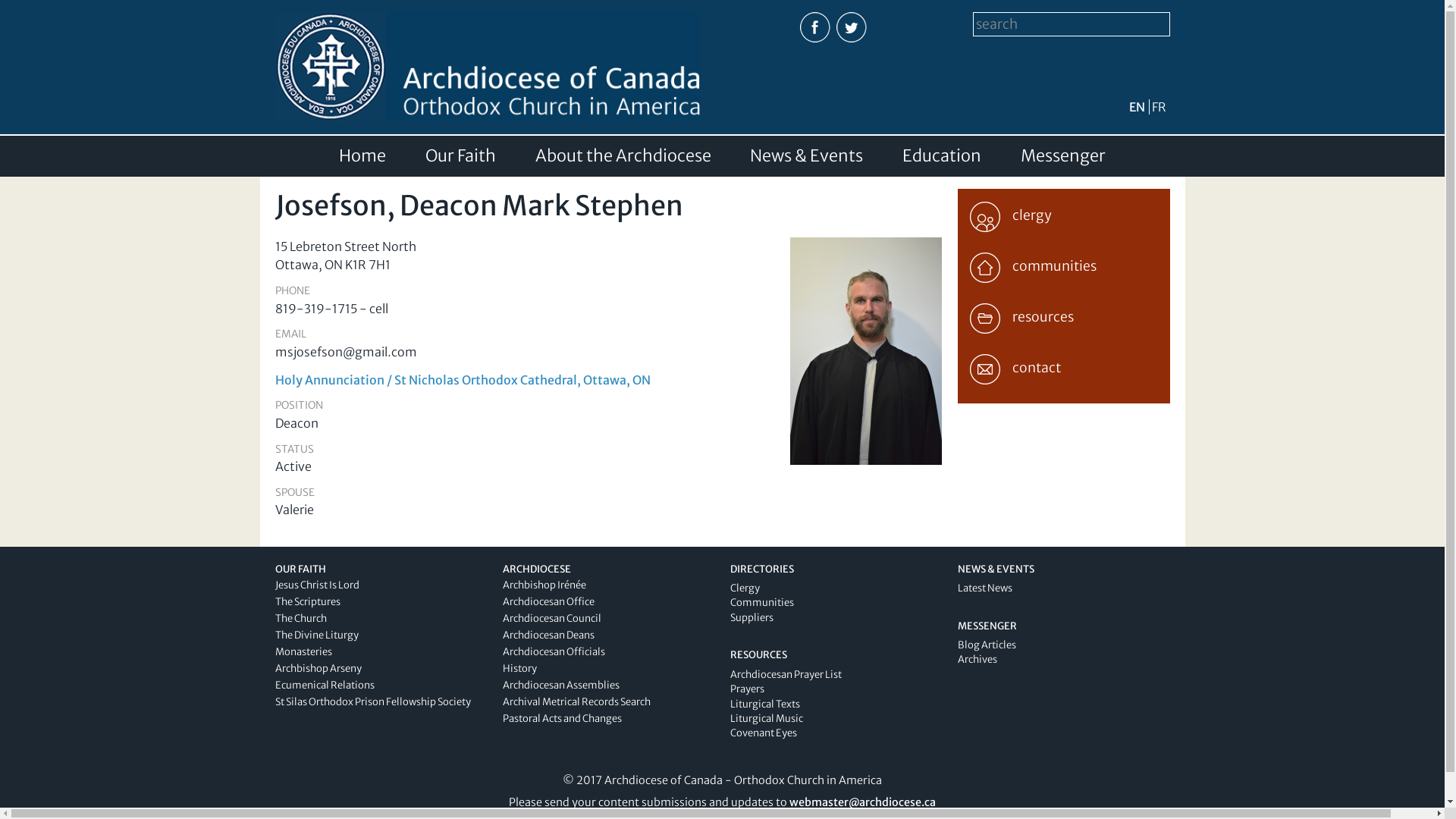  What do you see at coordinates (1062, 155) in the screenshot?
I see `'Messenger'` at bounding box center [1062, 155].